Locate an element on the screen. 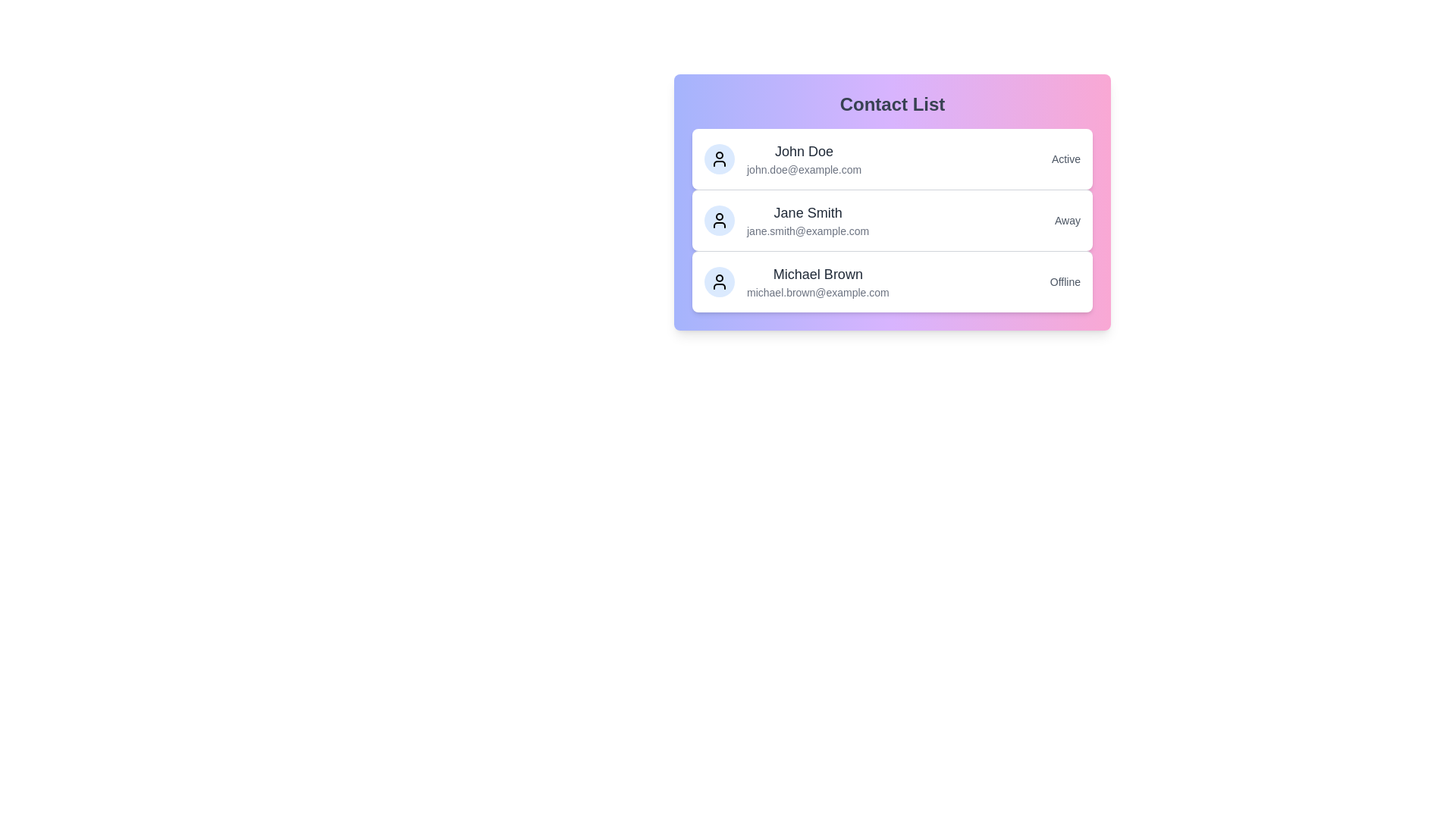 This screenshot has width=1456, height=819. the list item corresponding to Michael Brown is located at coordinates (892, 281).